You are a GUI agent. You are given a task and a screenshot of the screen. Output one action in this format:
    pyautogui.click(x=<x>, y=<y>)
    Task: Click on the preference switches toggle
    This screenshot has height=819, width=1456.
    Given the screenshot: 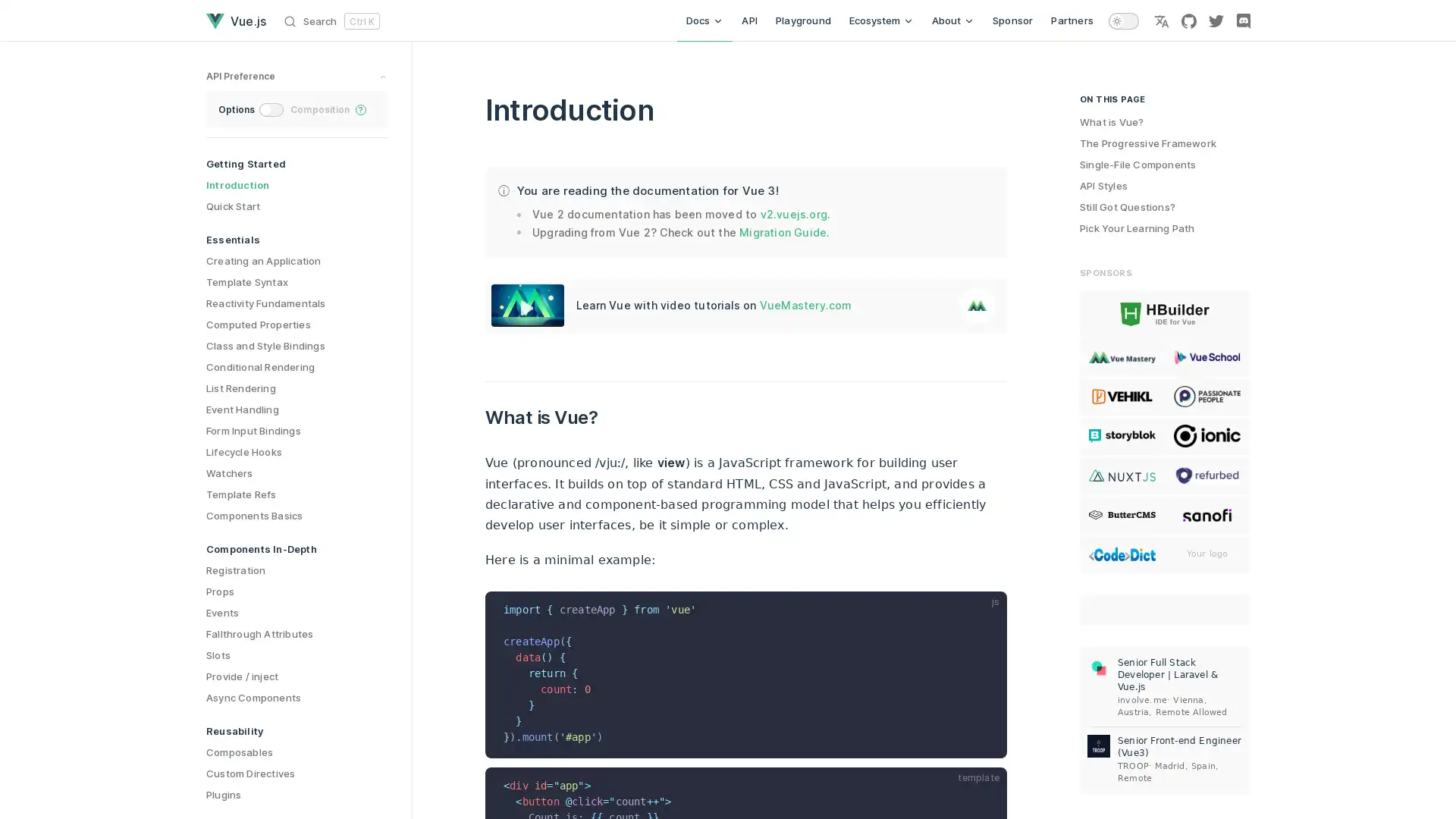 What is the action you would take?
    pyautogui.click(x=297, y=77)
    